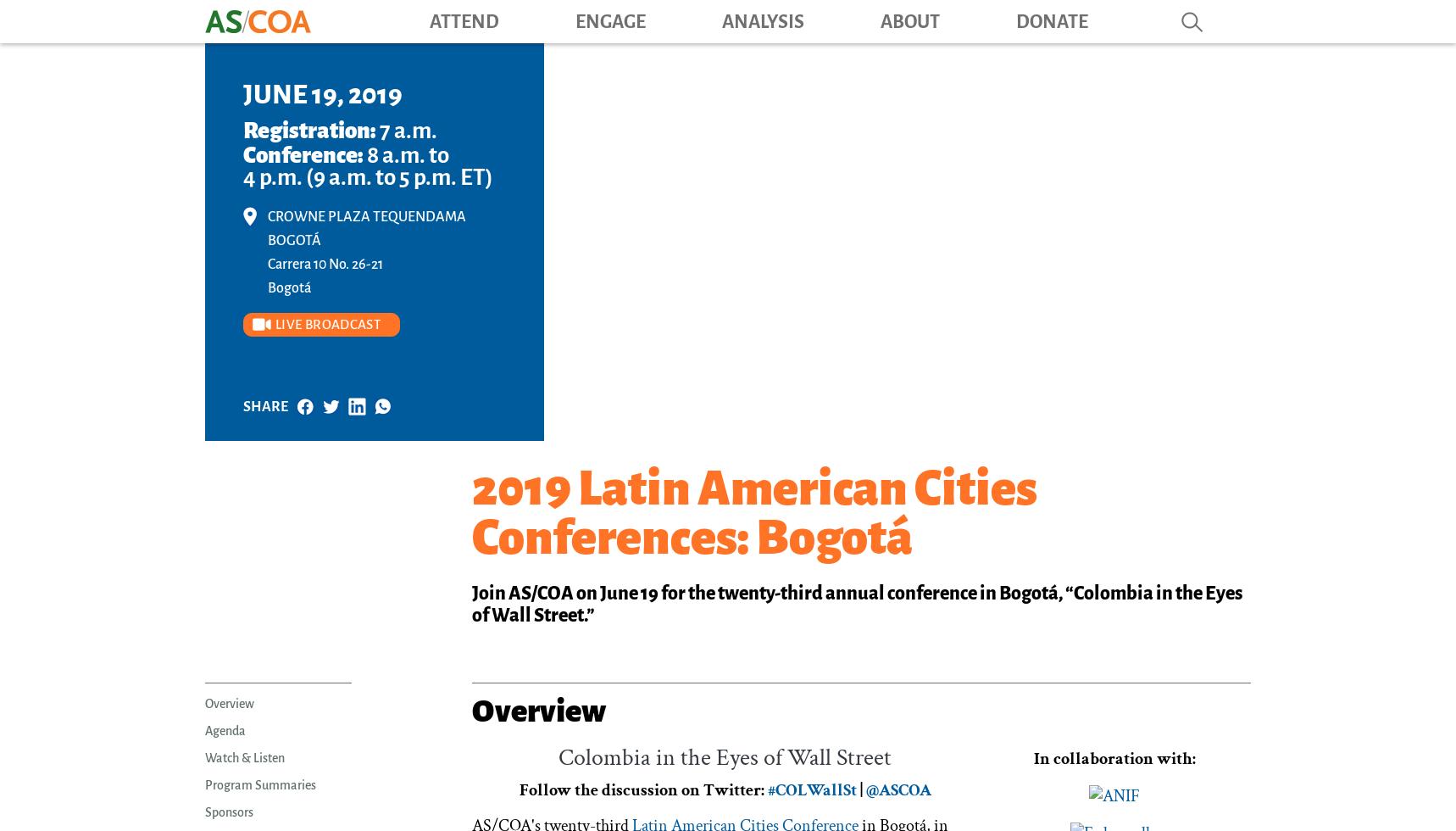 The height and width of the screenshot is (831, 1456). Describe the element at coordinates (275, 324) in the screenshot. I see `'Live broadcast'` at that location.